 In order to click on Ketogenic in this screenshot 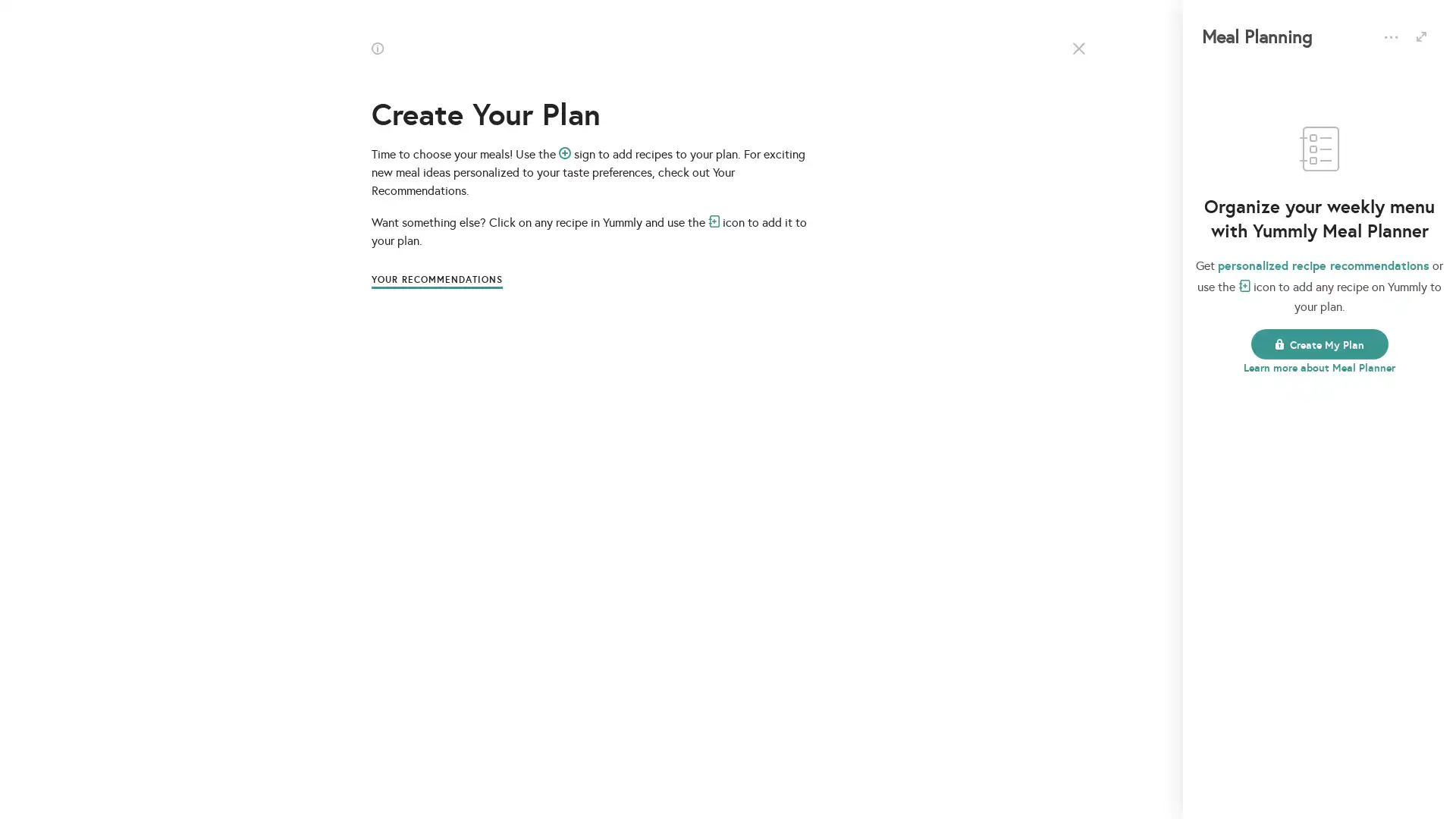, I will do `click(516, 312)`.